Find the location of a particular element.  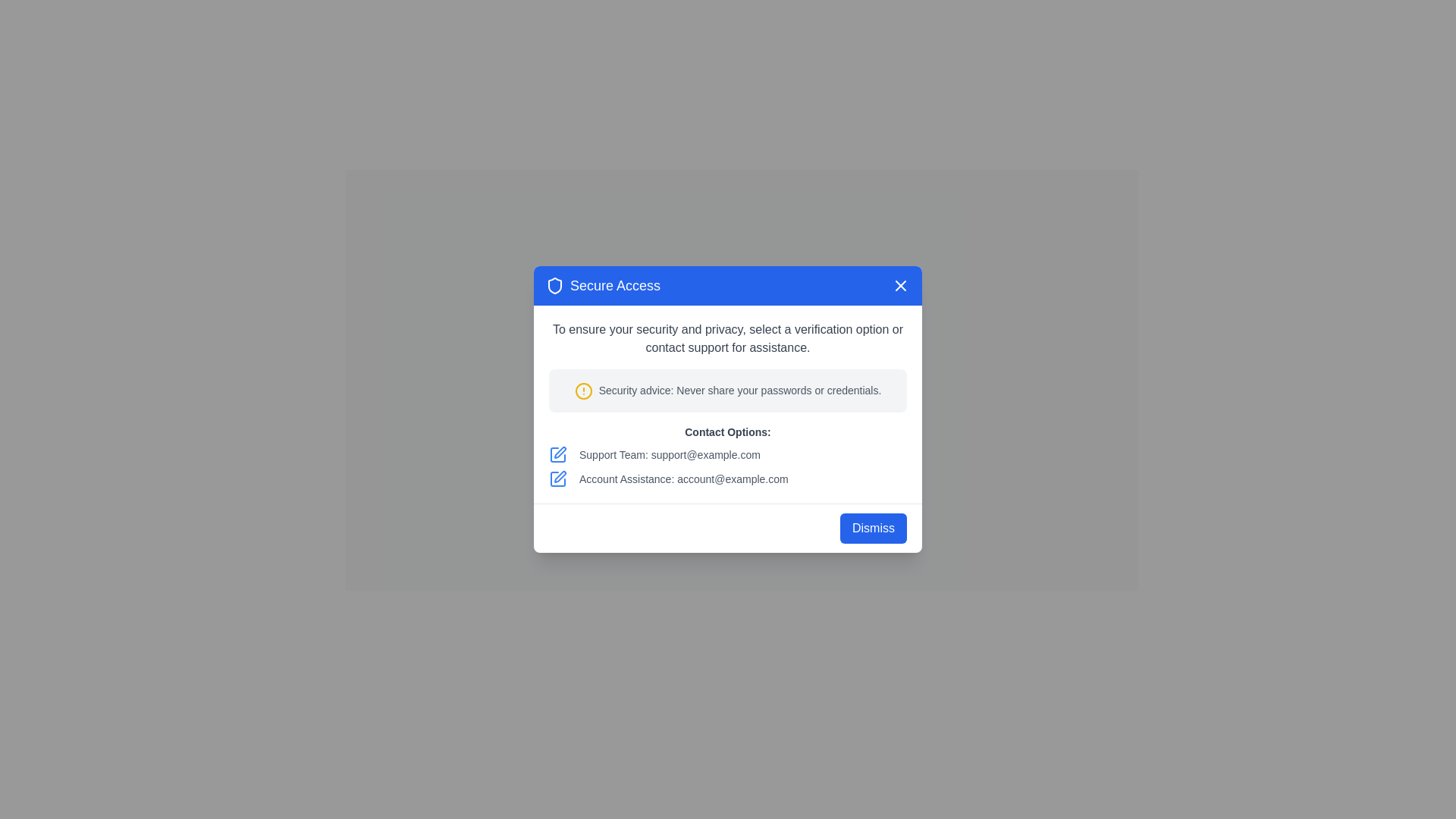

the security SVG icon located to the left of the 'Secure Access' text in the header of the modal dialog is located at coordinates (554, 286).